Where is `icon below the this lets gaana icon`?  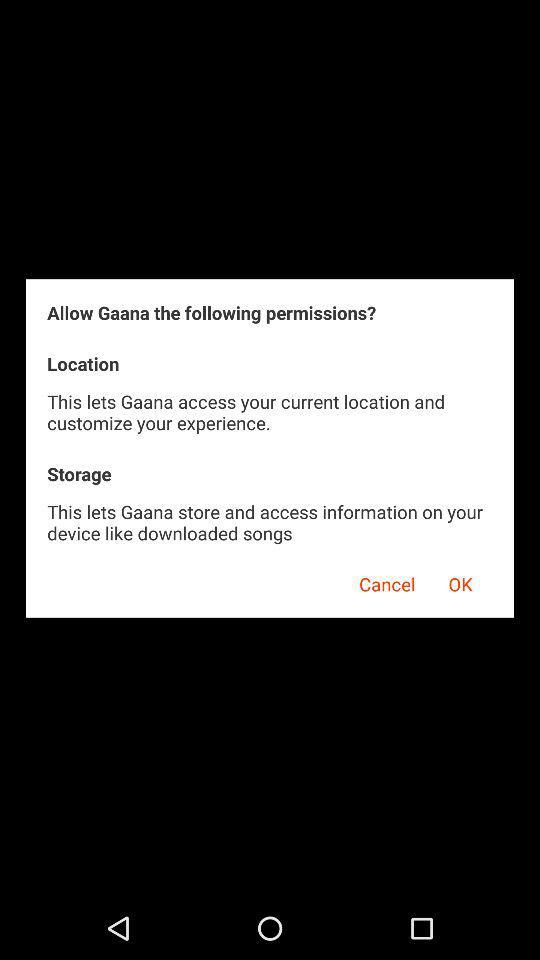 icon below the this lets gaana icon is located at coordinates (460, 581).